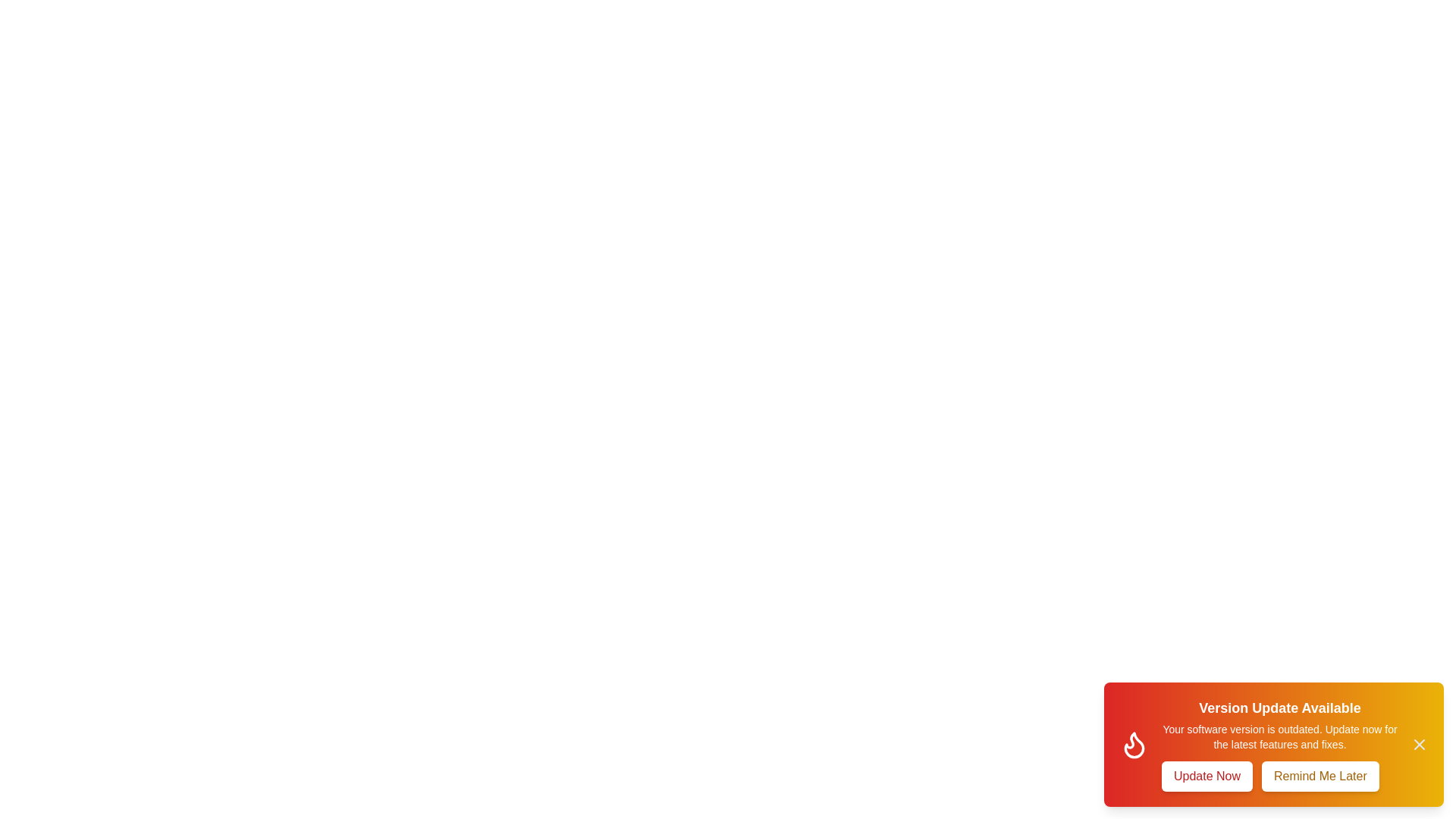 This screenshot has height=819, width=1456. I want to click on the 'Update Now' button to trigger the update action, so click(1207, 776).